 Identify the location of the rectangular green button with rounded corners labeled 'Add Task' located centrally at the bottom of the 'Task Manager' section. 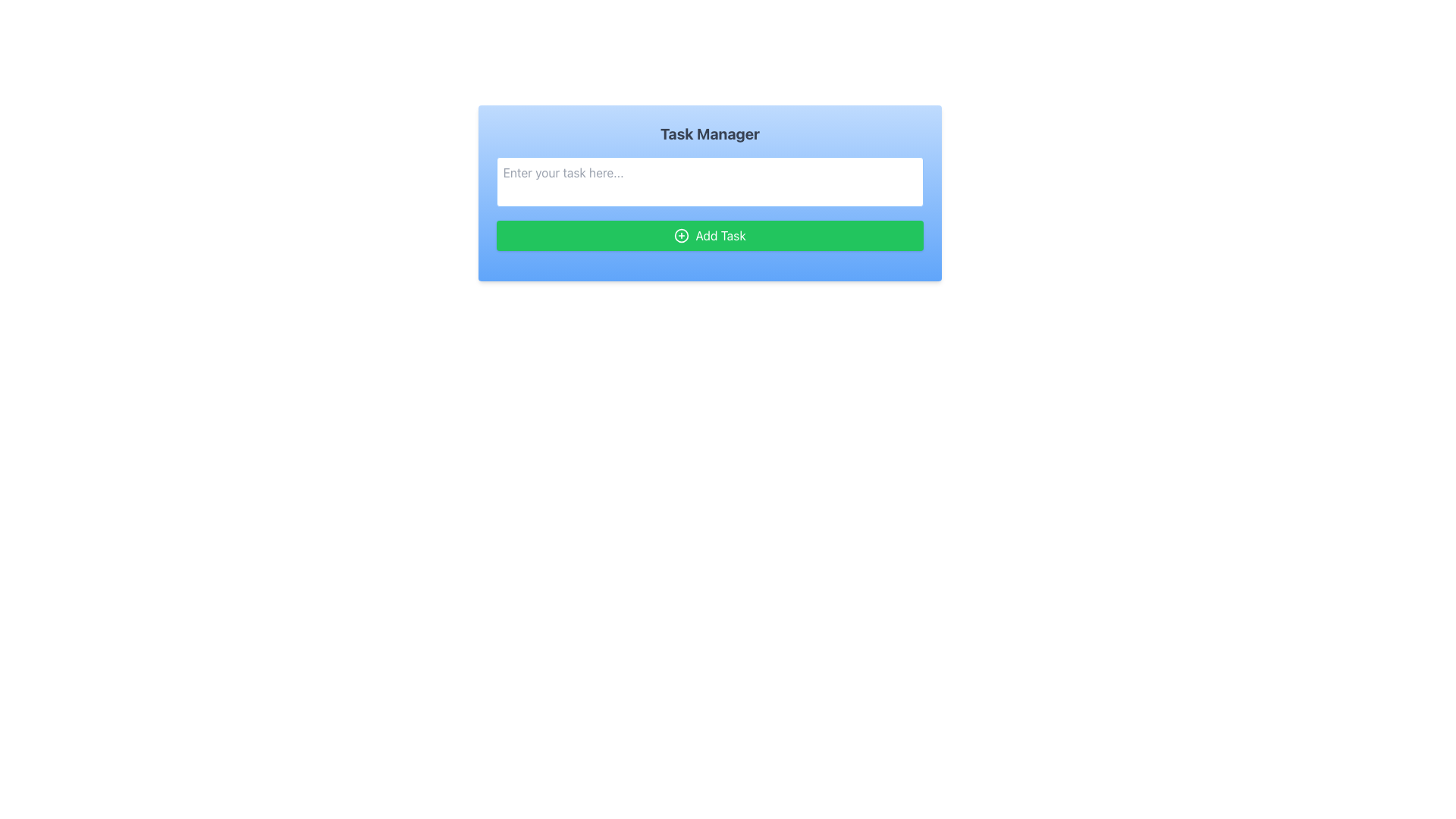
(709, 236).